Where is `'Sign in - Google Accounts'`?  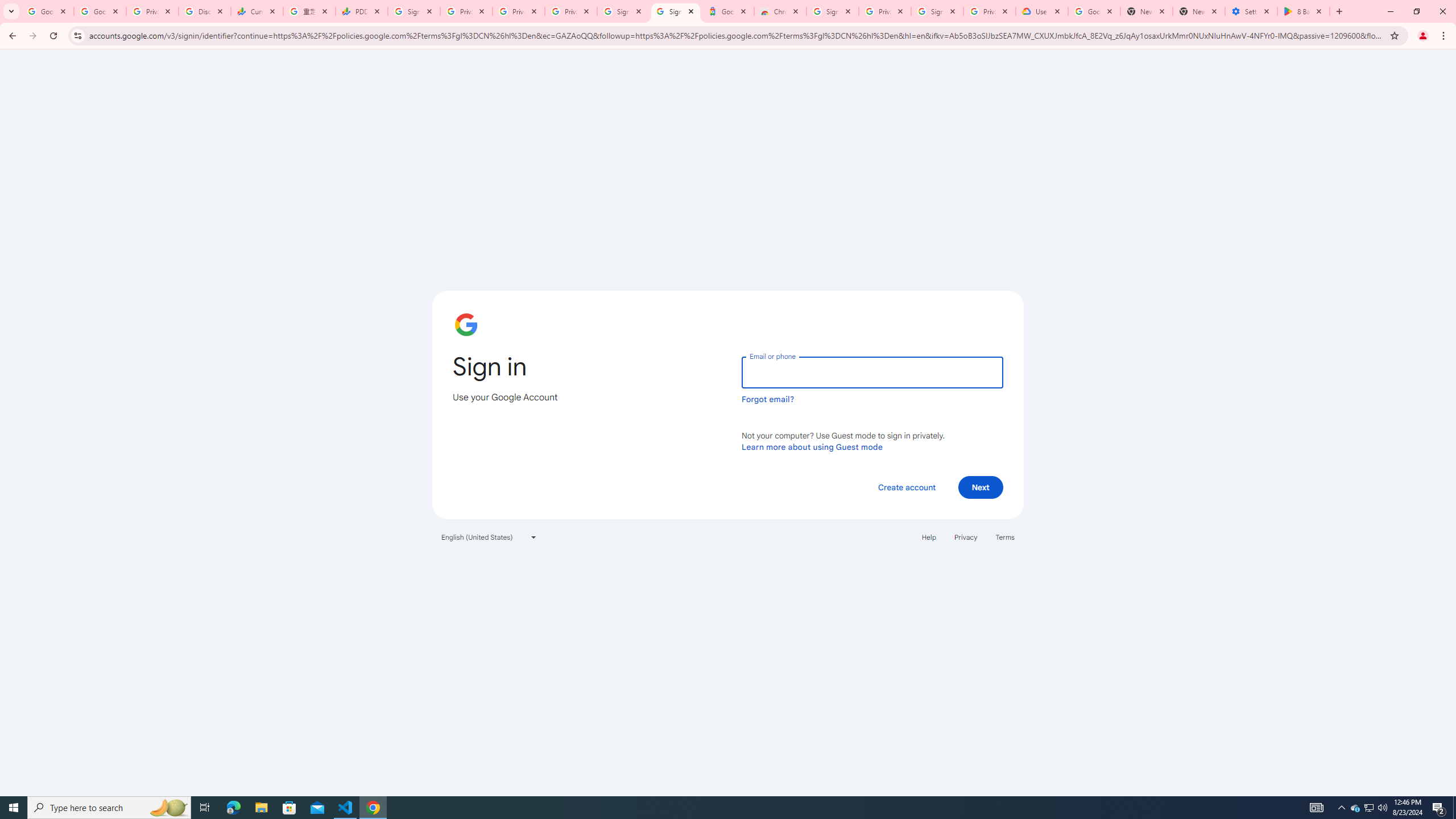
'Sign in - Google Accounts' is located at coordinates (623, 11).